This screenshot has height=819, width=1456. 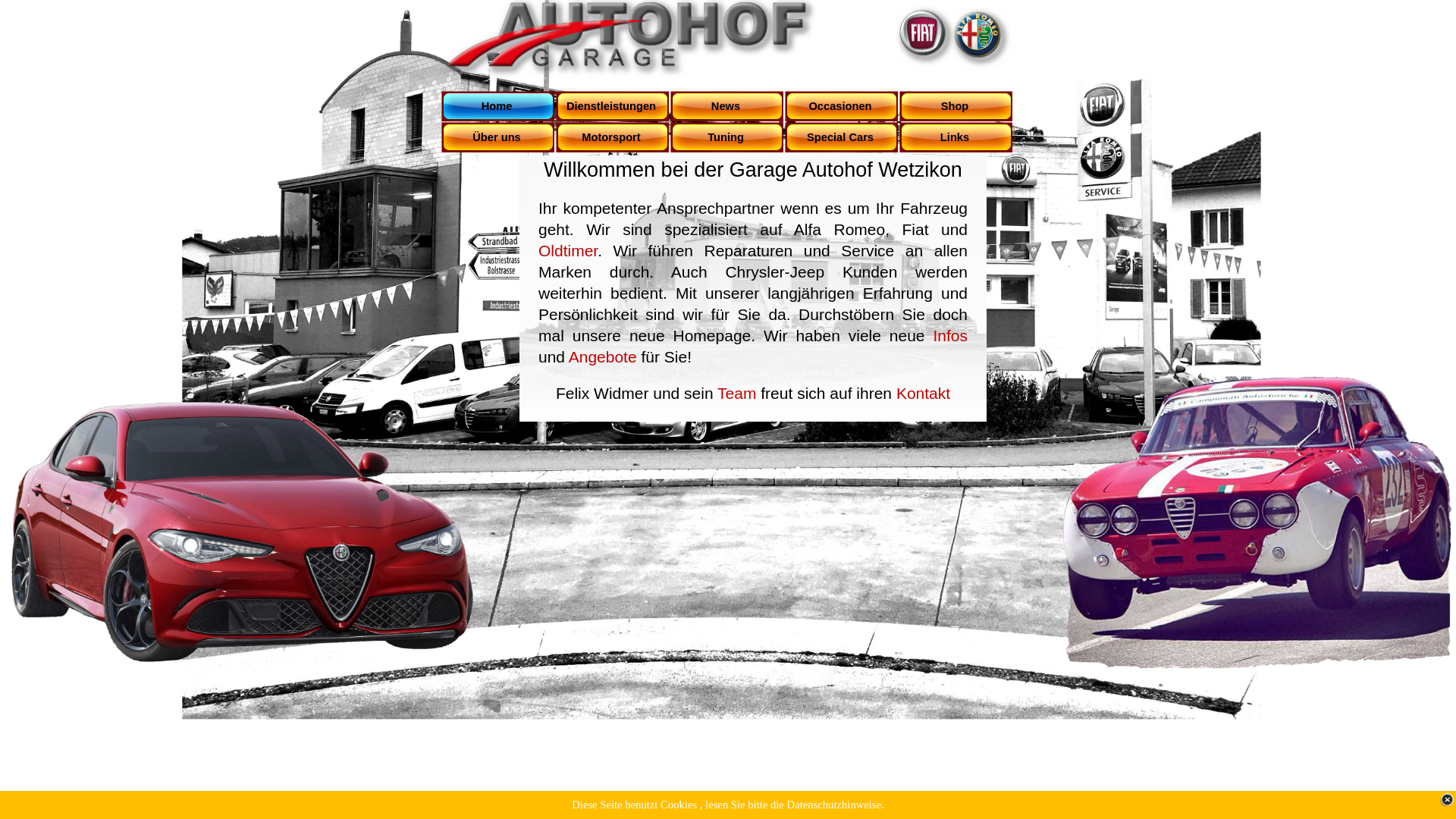 What do you see at coordinates (736, 392) in the screenshot?
I see `'Team'` at bounding box center [736, 392].